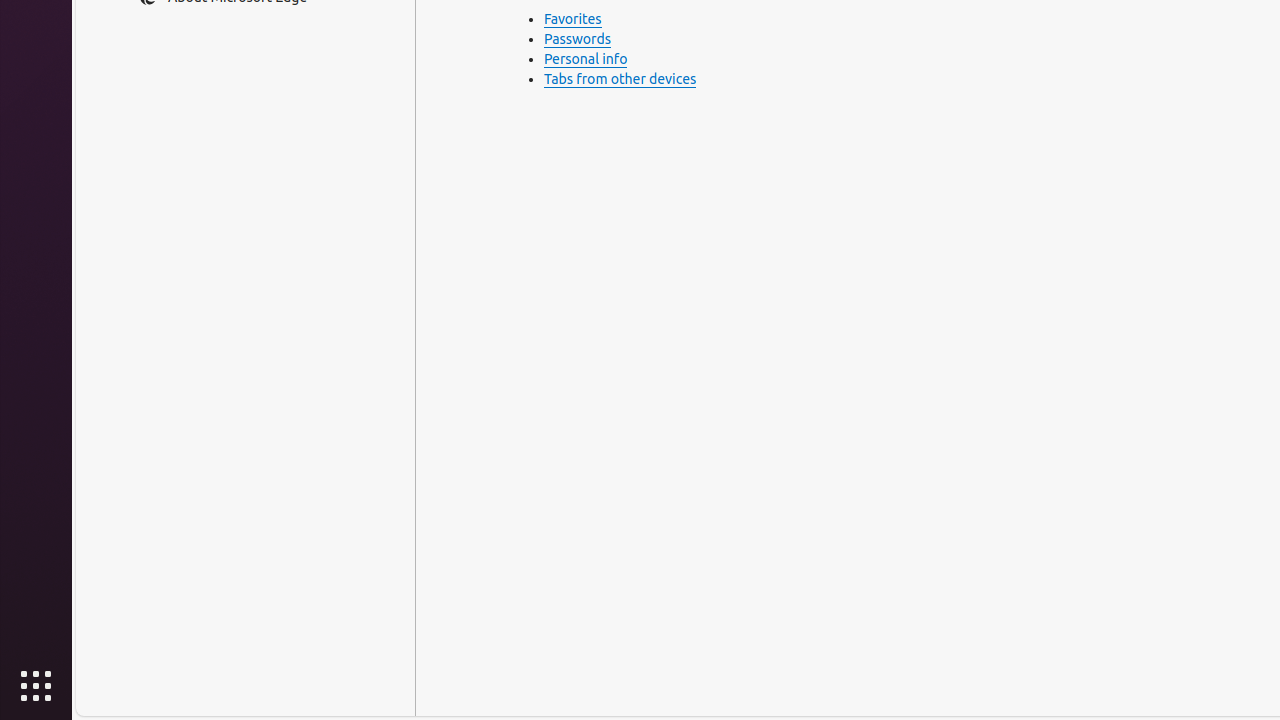 The image size is (1280, 720). Describe the element at coordinates (619, 78) in the screenshot. I see `'Tabs from other devices'` at that location.